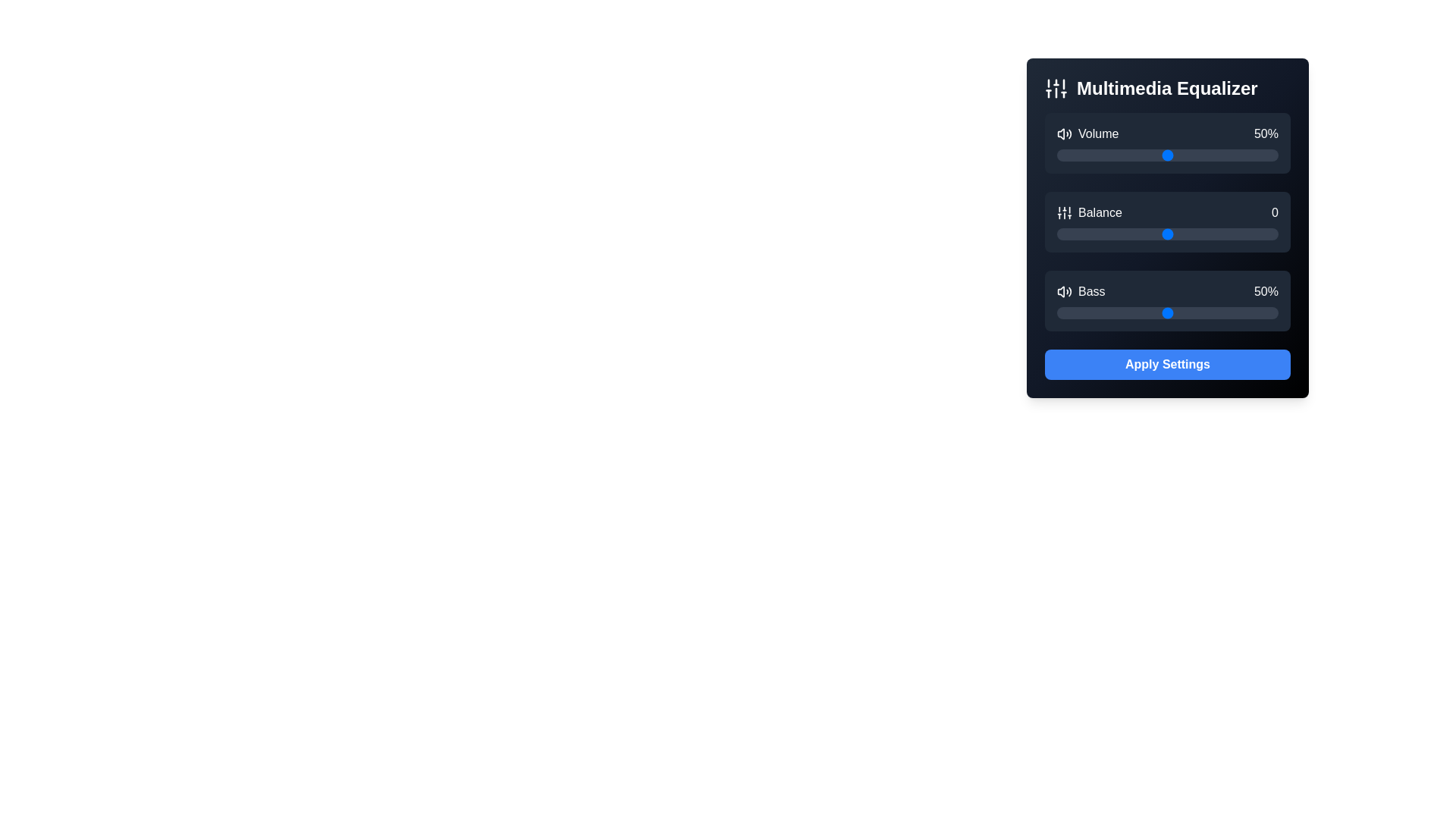  Describe the element at coordinates (1076, 312) in the screenshot. I see `the bass level` at that location.